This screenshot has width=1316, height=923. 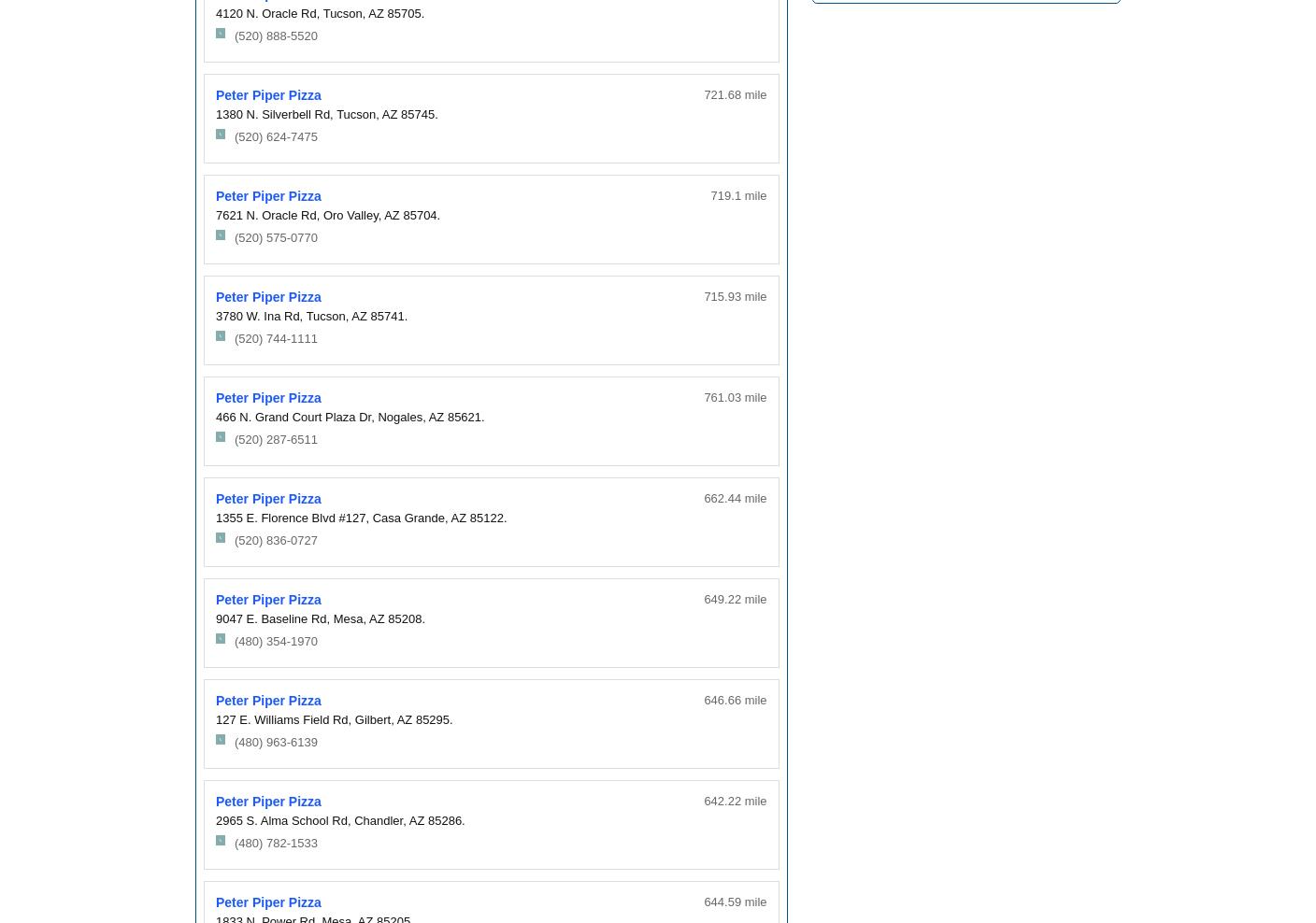 What do you see at coordinates (400, 416) in the screenshot?
I see `'Nogales,'` at bounding box center [400, 416].